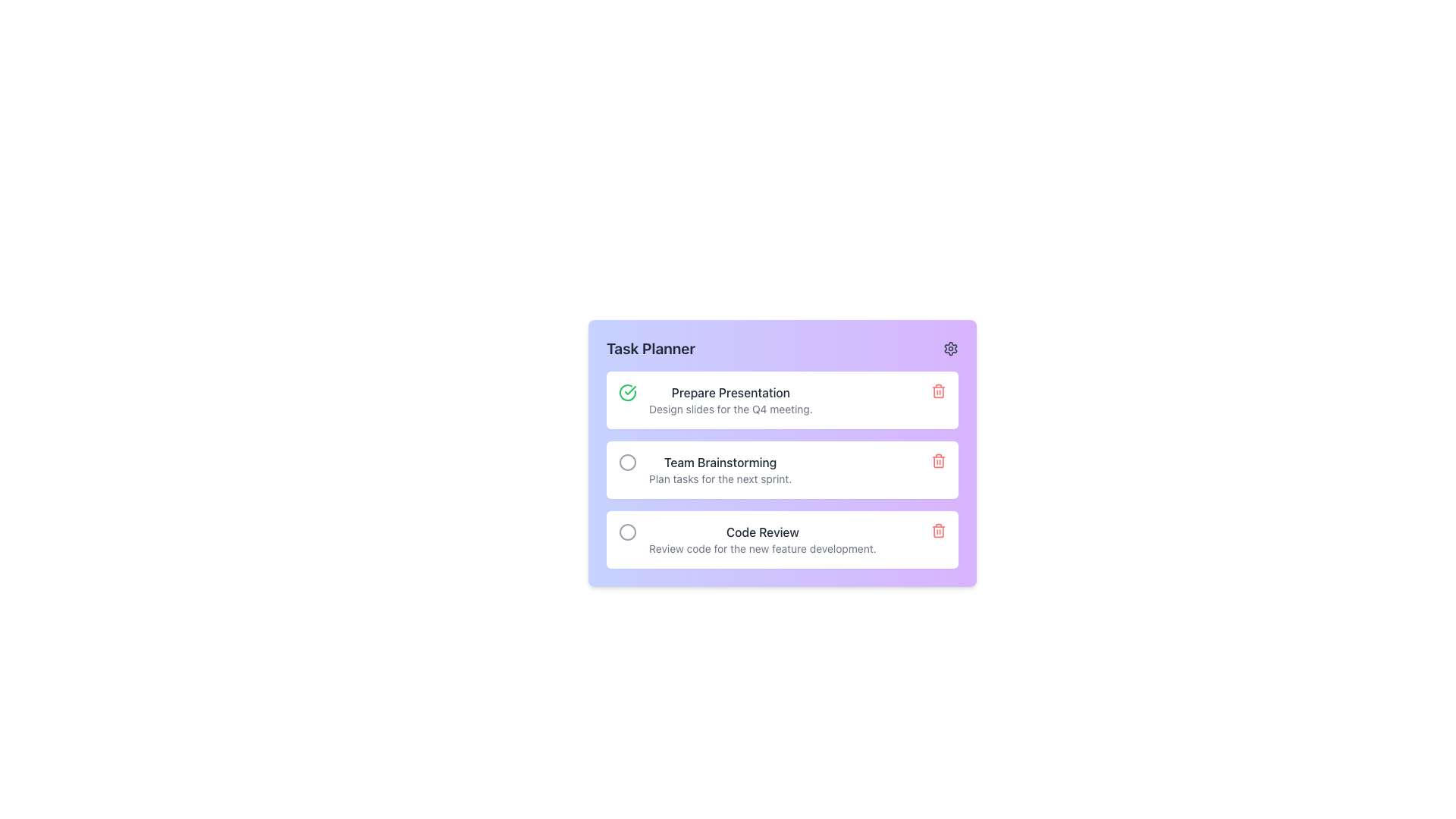 This screenshot has height=819, width=1456. I want to click on the interactive trash bin icon located at the far right of the 'Code Review' task, so click(938, 529).